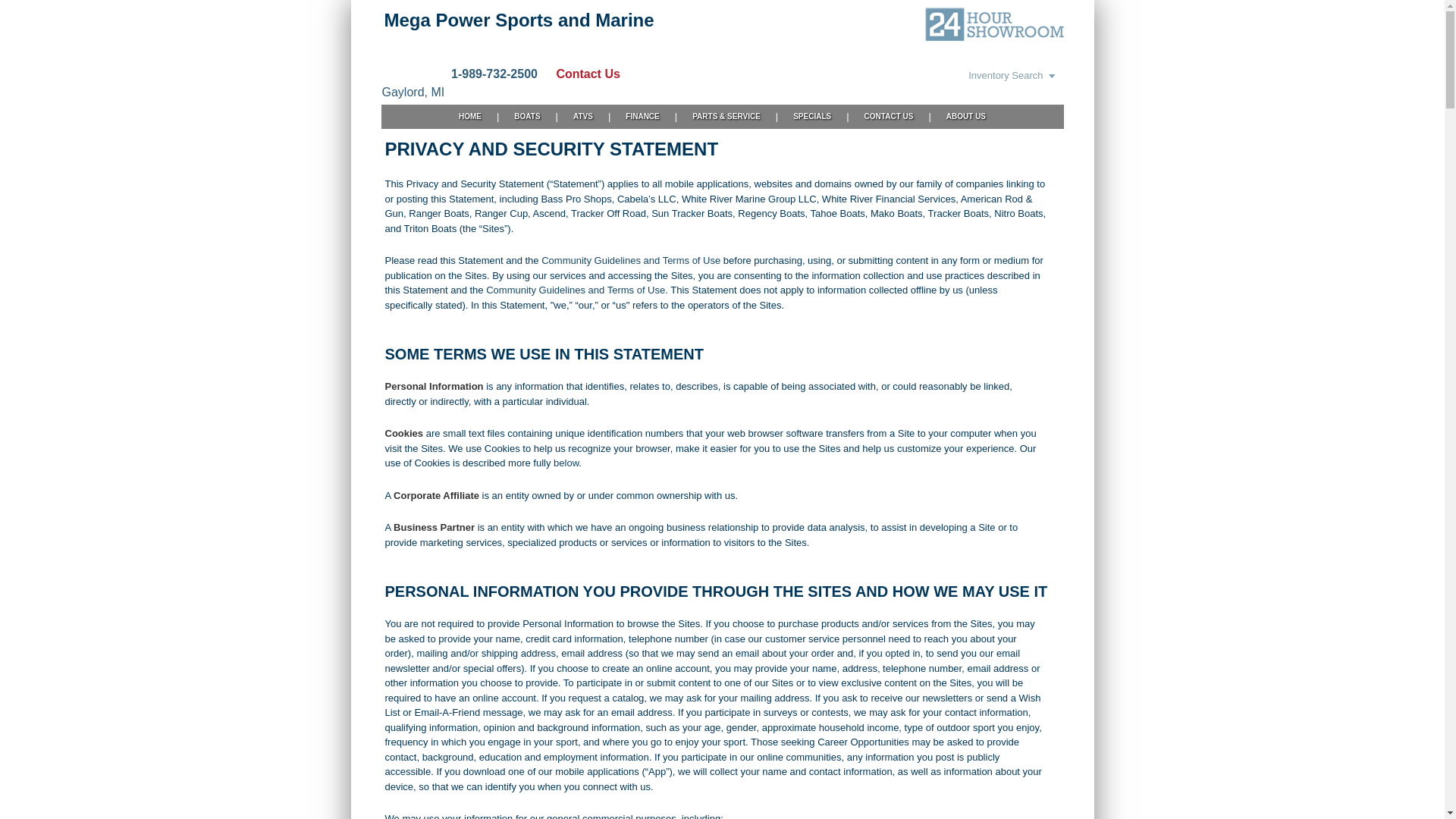 This screenshot has height=819, width=1456. What do you see at coordinates (642, 116) in the screenshot?
I see `'FINANCE'` at bounding box center [642, 116].